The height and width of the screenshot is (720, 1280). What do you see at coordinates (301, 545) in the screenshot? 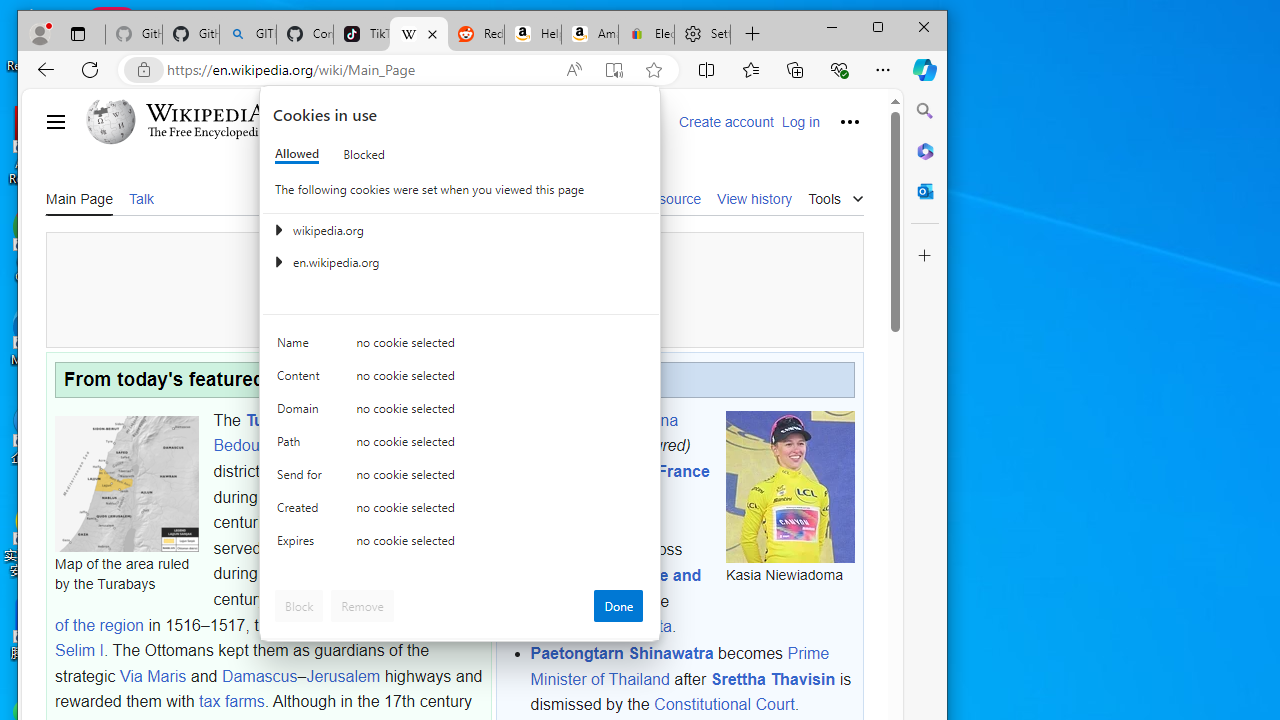
I see `'Expires'` at bounding box center [301, 545].